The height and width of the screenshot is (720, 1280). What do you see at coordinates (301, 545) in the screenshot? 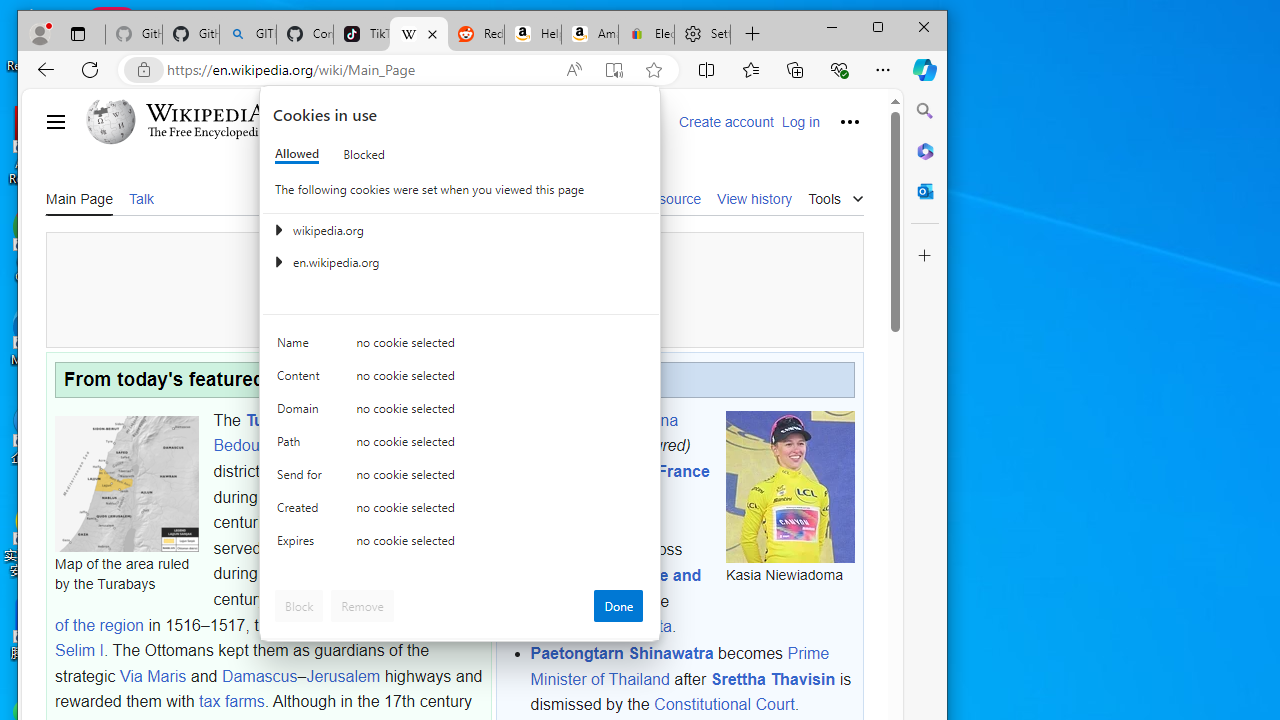
I see `'Expires'` at bounding box center [301, 545].